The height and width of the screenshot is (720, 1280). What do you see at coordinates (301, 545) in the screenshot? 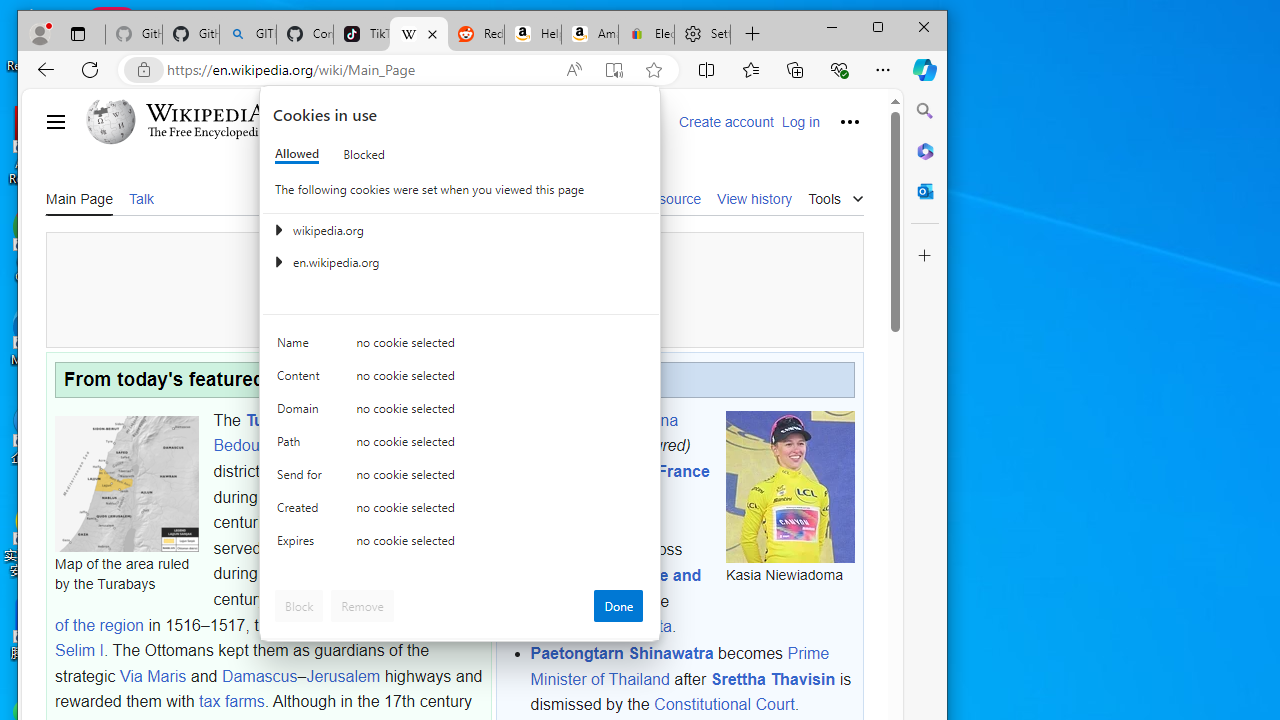
I see `'Expires'` at bounding box center [301, 545].